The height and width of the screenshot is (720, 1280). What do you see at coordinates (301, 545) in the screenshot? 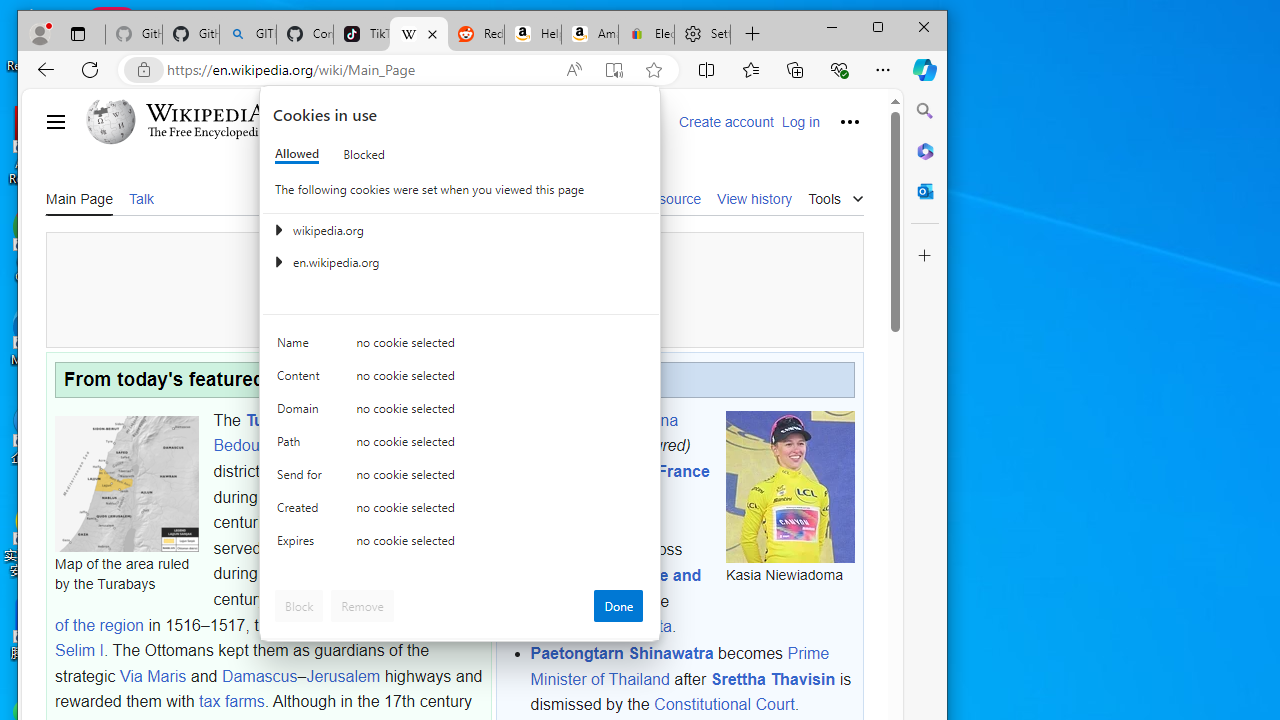
I see `'Expires'` at bounding box center [301, 545].